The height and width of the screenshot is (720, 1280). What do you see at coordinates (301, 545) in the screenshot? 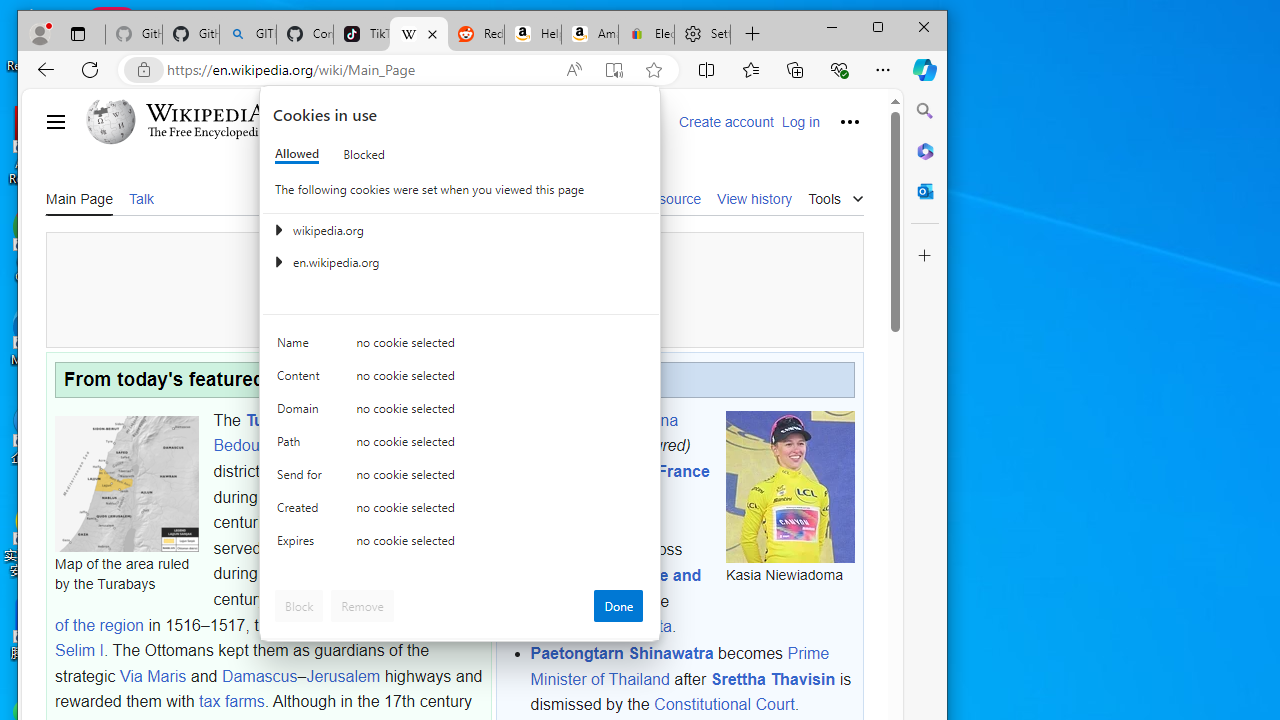
I see `'Expires'` at bounding box center [301, 545].